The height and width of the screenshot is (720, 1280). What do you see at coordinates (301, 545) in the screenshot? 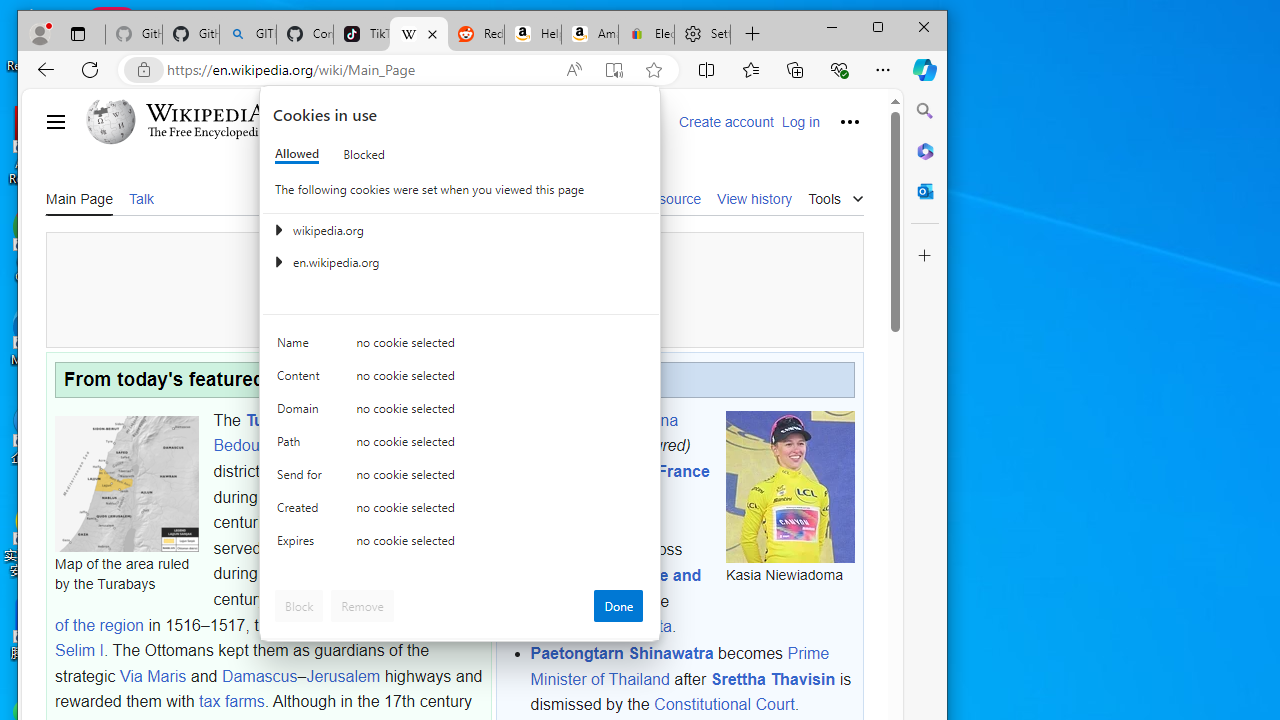
I see `'Expires'` at bounding box center [301, 545].